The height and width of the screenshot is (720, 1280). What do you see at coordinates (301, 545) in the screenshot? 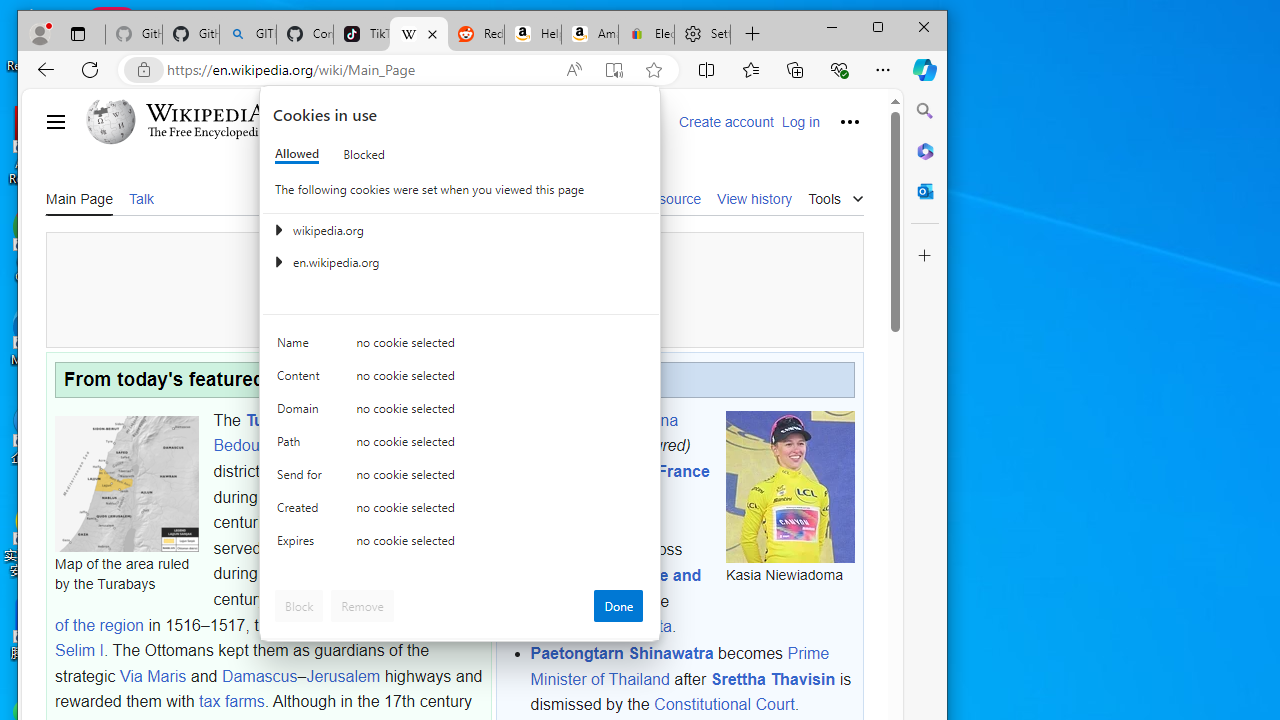
I see `'Expires'` at bounding box center [301, 545].